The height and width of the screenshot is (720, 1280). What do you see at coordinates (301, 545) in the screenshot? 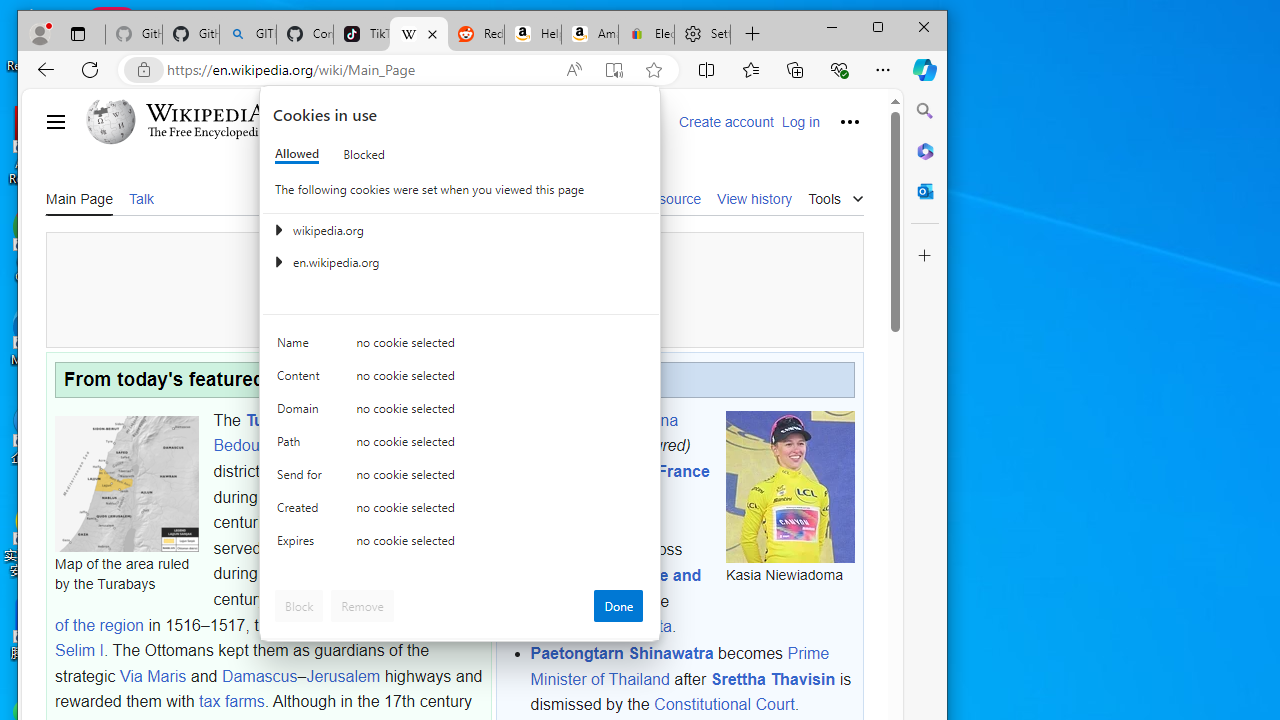
I see `'Expires'` at bounding box center [301, 545].